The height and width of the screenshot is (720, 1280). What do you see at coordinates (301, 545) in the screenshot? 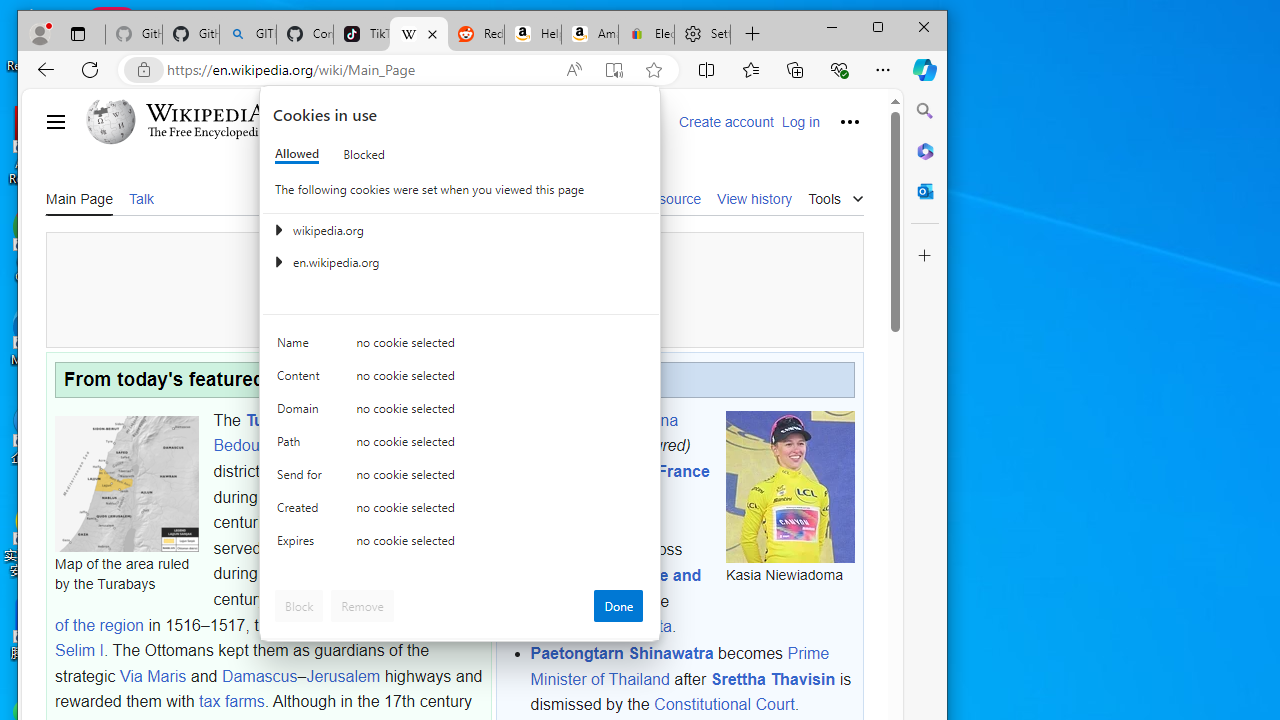
I see `'Expires'` at bounding box center [301, 545].